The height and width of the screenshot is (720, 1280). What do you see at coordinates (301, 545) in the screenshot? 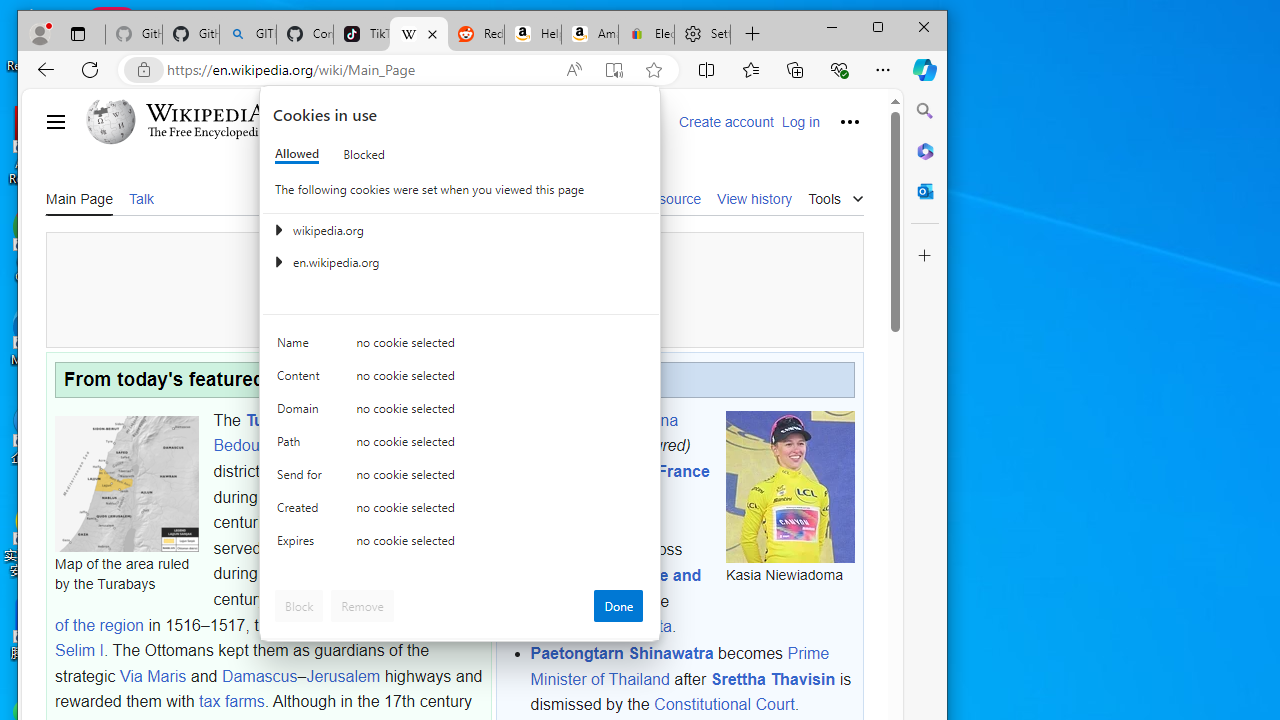
I see `'Expires'` at bounding box center [301, 545].